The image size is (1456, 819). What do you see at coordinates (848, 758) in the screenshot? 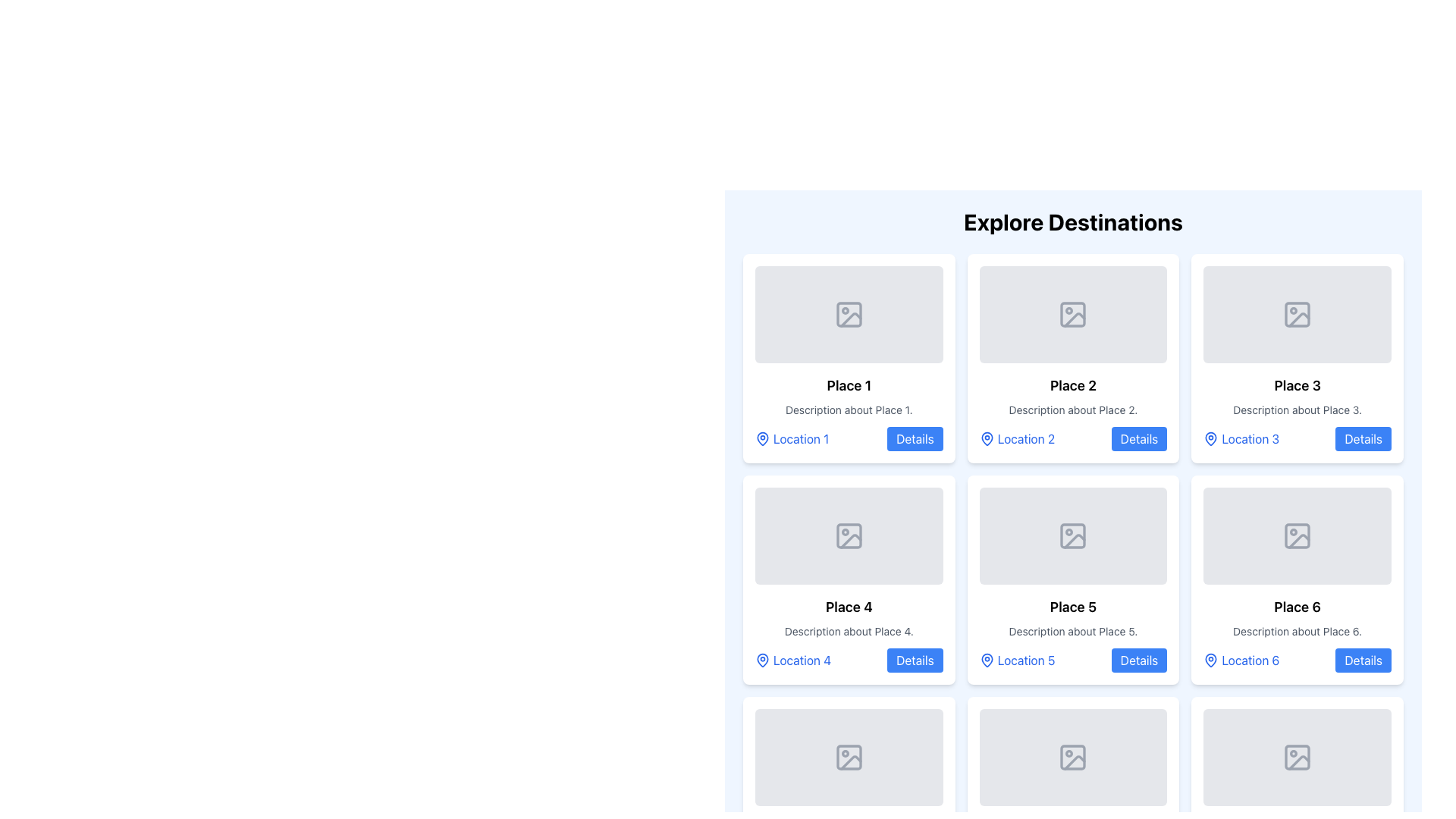
I see `the image placeholder icon, which is a light gray vector graphic with a sun and mountain design, located in the sixth card of the 'Place 5' grid layout` at bounding box center [848, 758].